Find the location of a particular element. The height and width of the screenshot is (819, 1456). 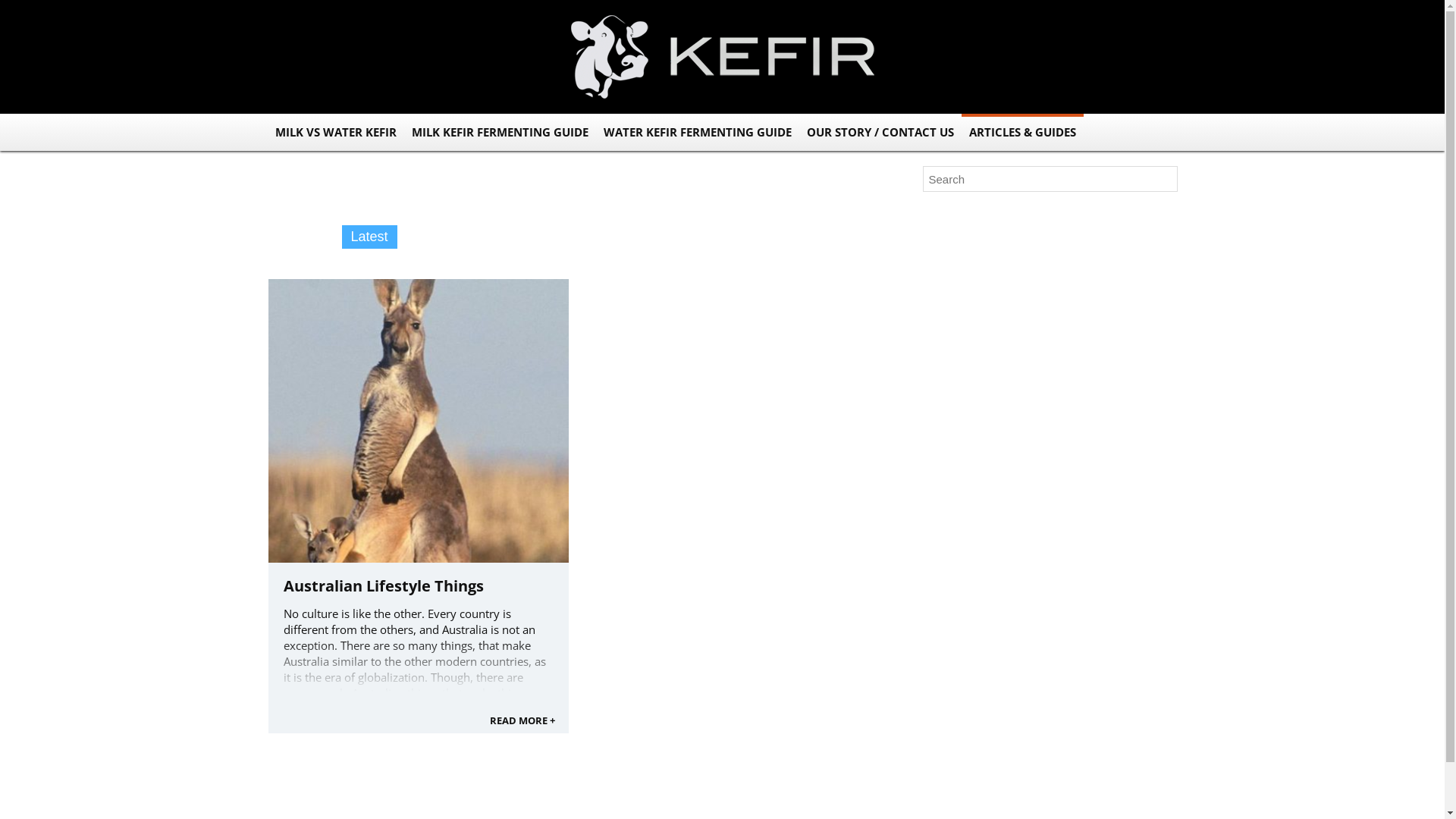

'READ MORE +' is located at coordinates (522, 720).